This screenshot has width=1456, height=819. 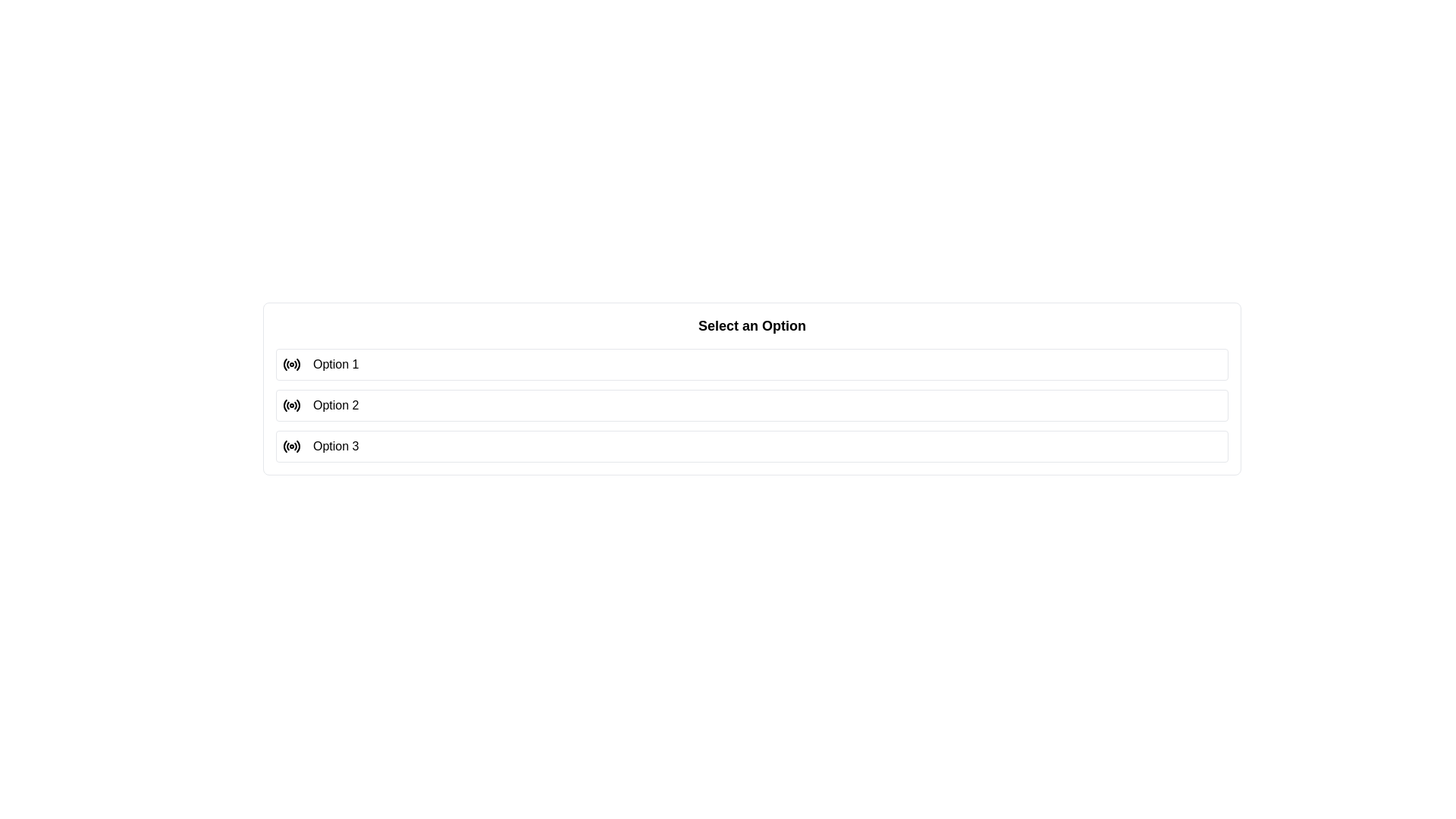 What do you see at coordinates (752, 405) in the screenshot?
I see `the 'Option 2' button, which is the second item in a vertical stack of options` at bounding box center [752, 405].